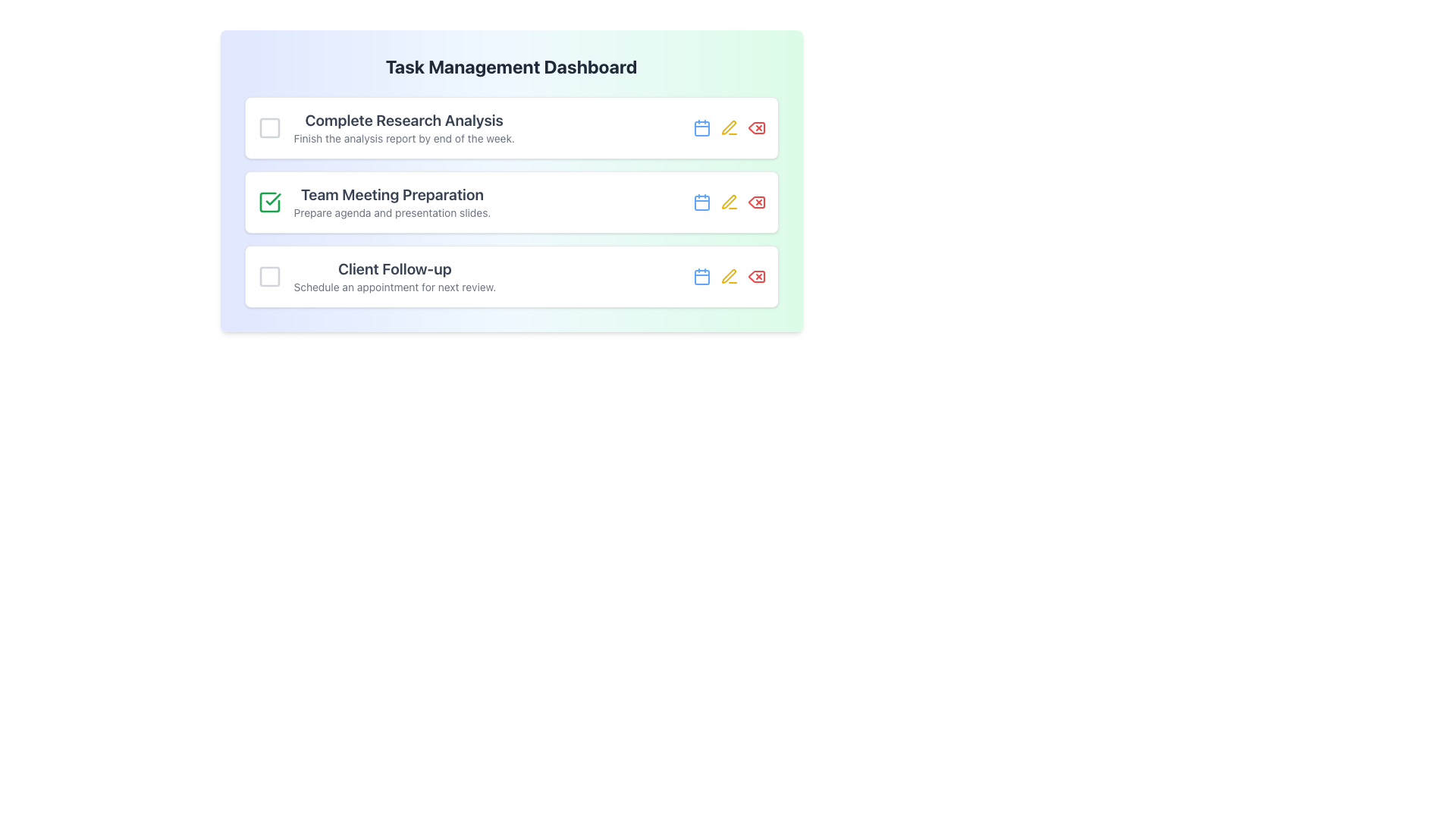 The image size is (1456, 819). I want to click on the green checkmark icon in the task card titled 'Team Meeting Preparation' to indicate completion status, so click(269, 201).